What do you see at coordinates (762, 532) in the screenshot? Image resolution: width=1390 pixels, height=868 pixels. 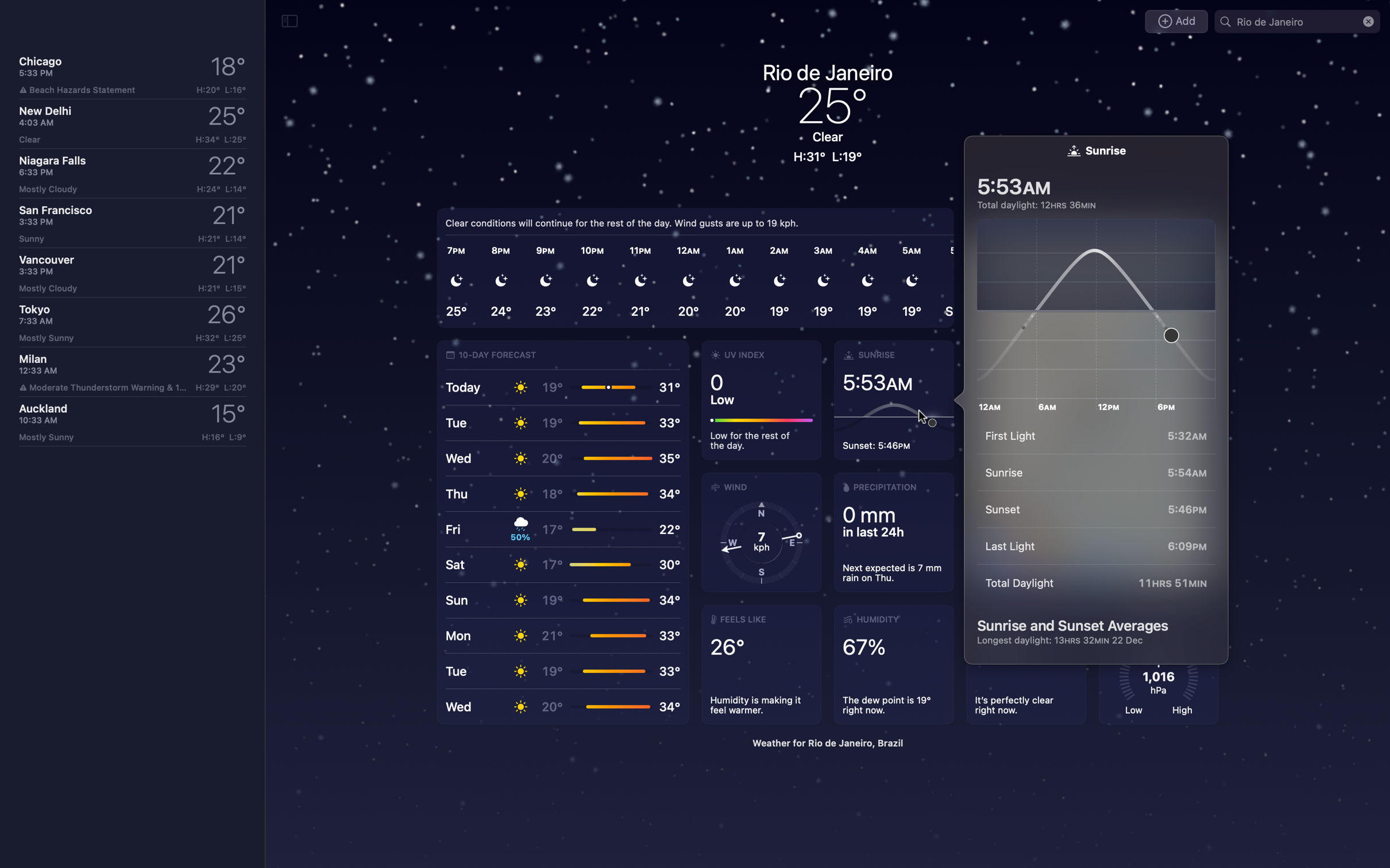 I see `Verify wind velocity of Rio de Janeiro` at bounding box center [762, 532].